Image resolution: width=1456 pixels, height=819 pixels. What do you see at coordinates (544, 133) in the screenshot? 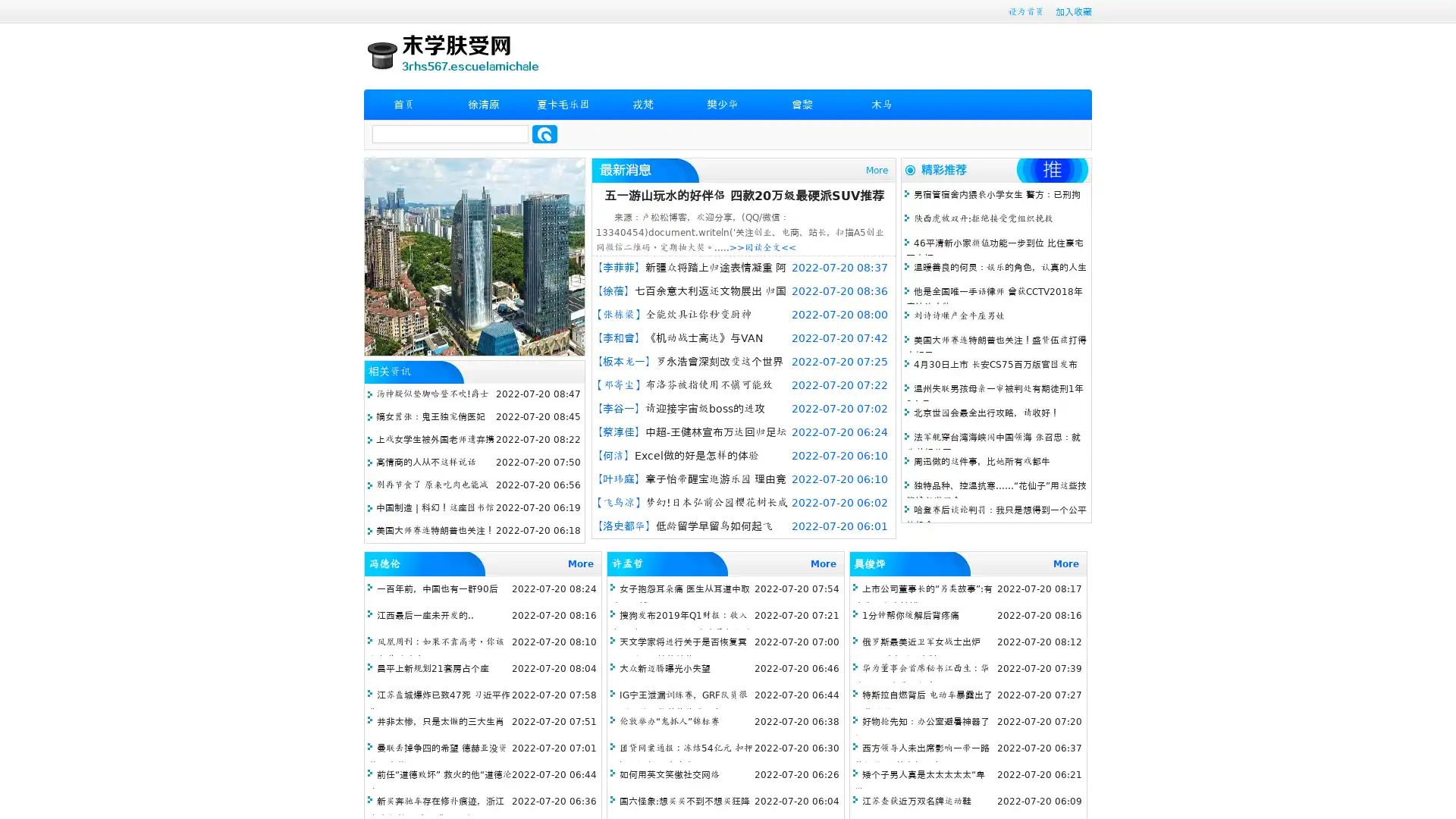
I see `Search` at bounding box center [544, 133].